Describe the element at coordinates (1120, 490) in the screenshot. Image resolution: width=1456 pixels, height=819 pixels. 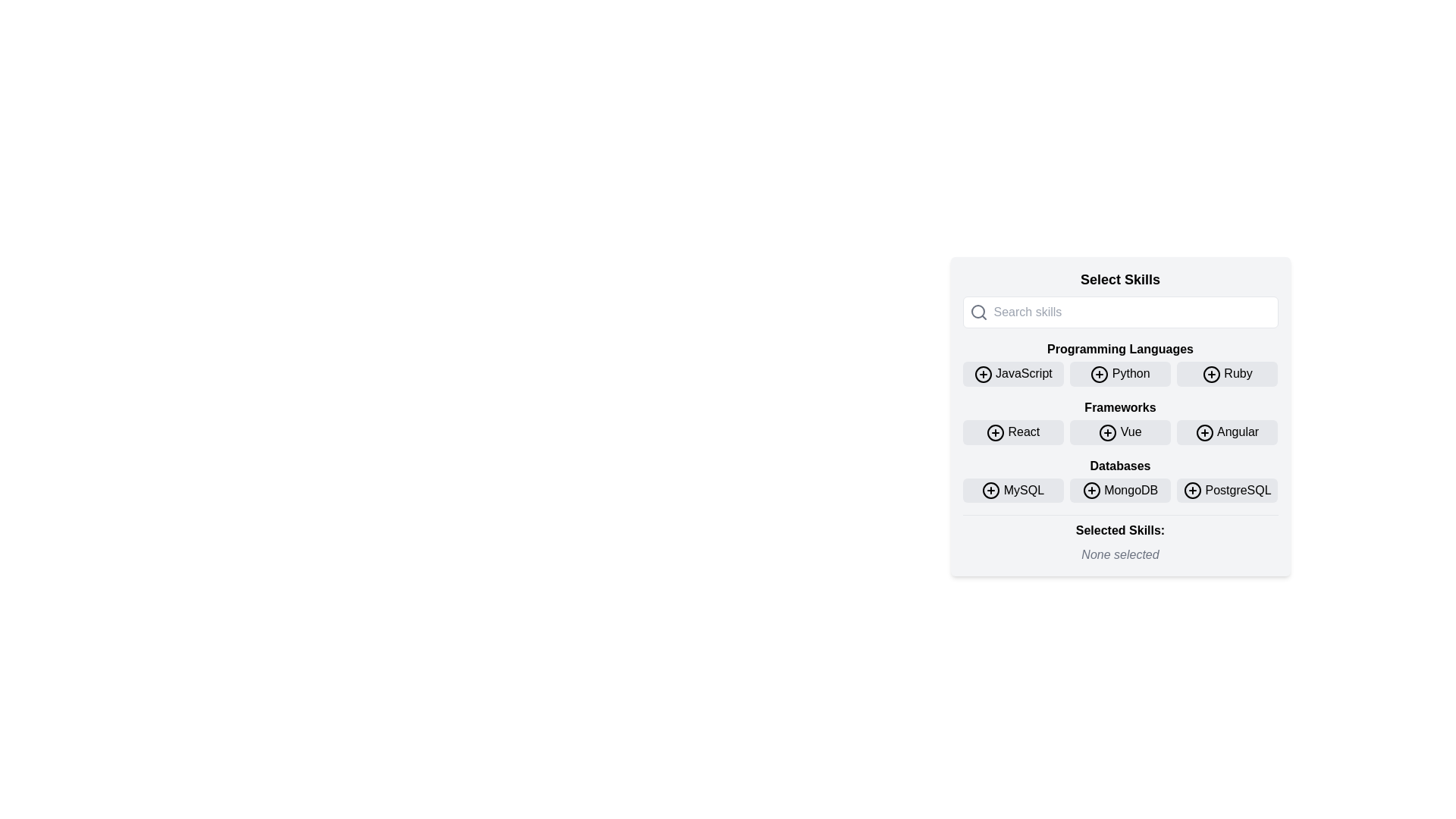
I see `the second button in the 'Databases' section of the 'Select Skills' interface` at that location.